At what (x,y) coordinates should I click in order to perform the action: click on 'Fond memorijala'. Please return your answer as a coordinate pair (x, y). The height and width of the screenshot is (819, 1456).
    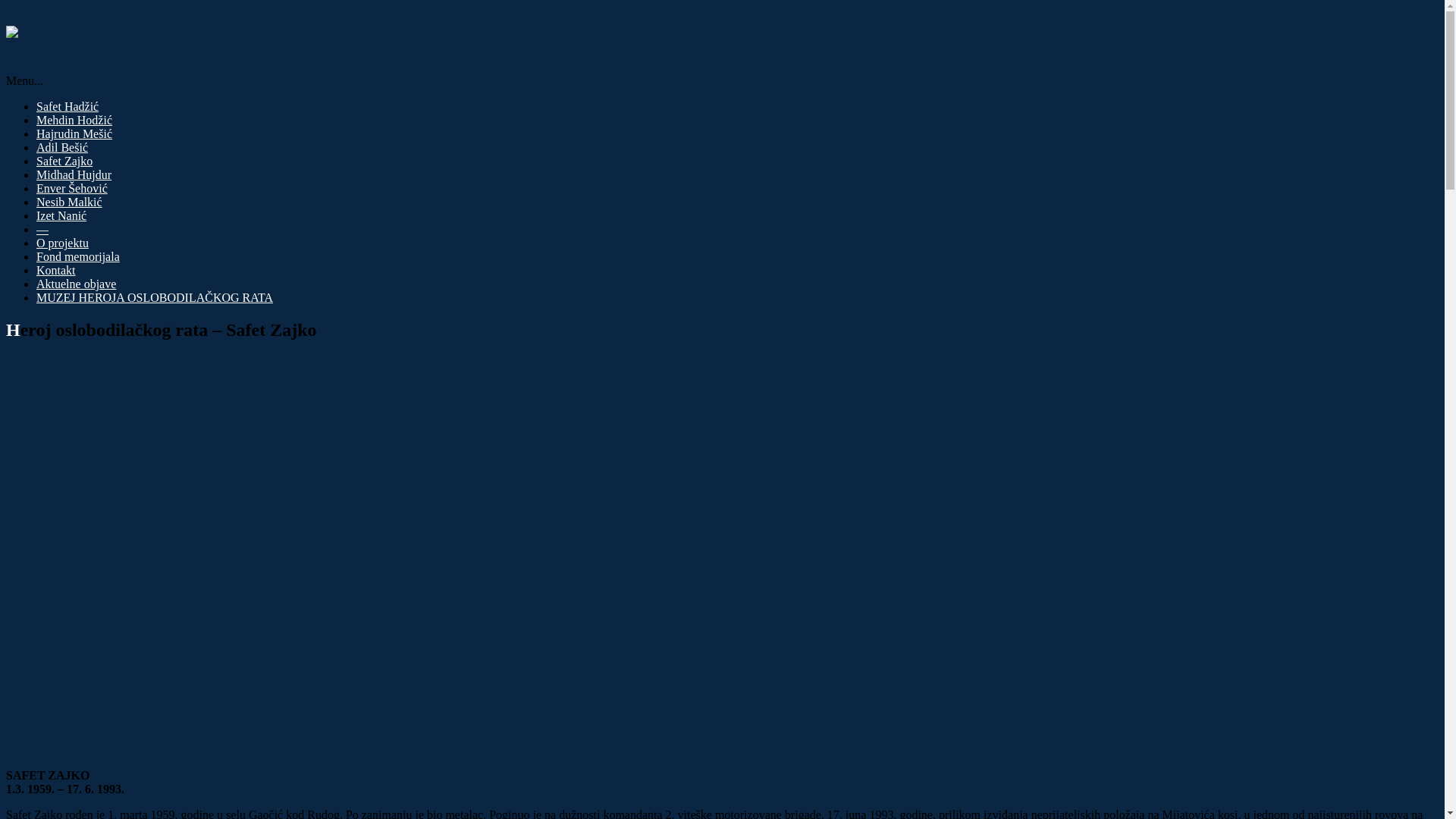
    Looking at the image, I should click on (77, 256).